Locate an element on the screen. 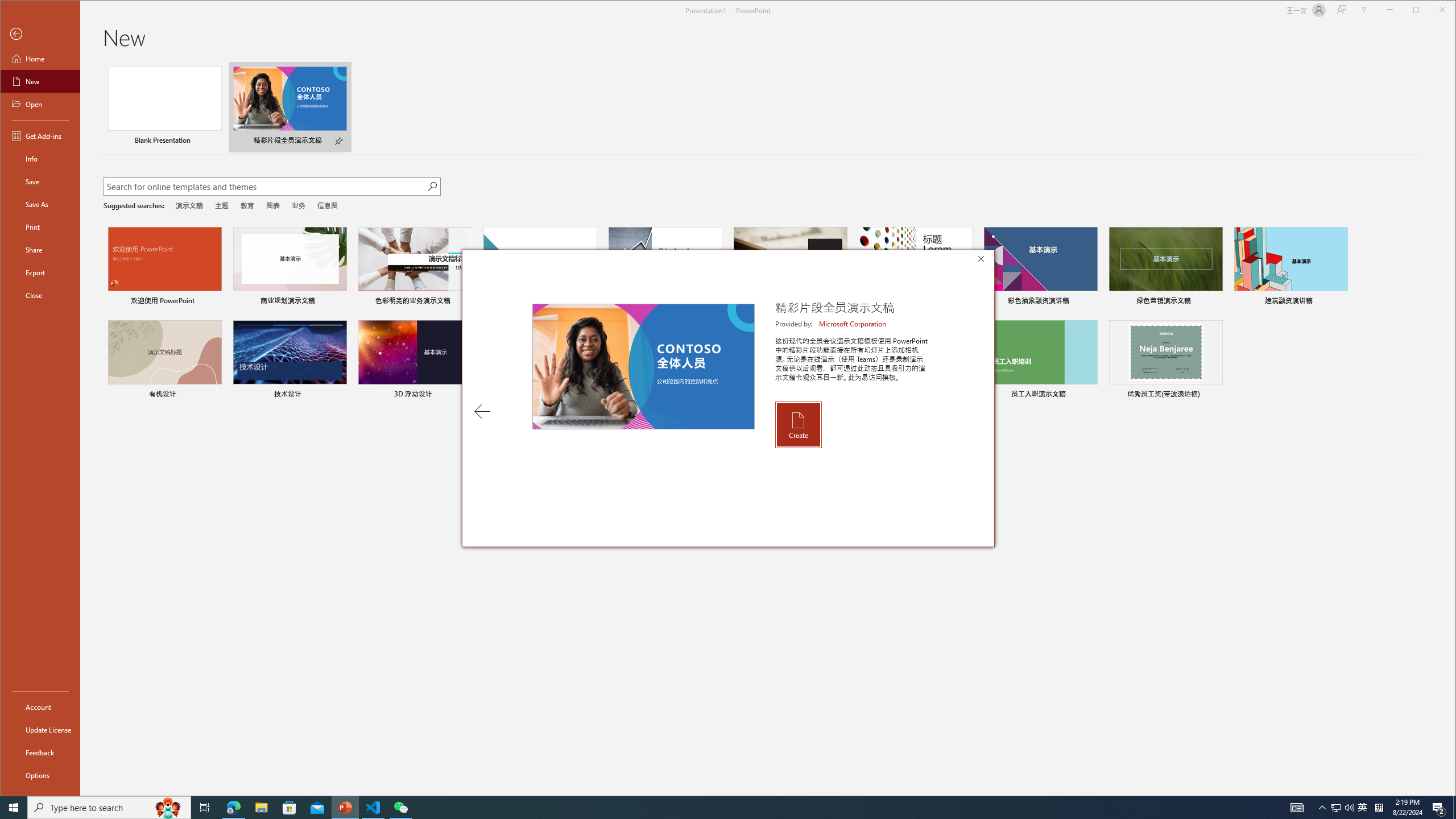 This screenshot has width=1456, height=819. 'Microsoft Edge - 1 running window' is located at coordinates (233, 806).